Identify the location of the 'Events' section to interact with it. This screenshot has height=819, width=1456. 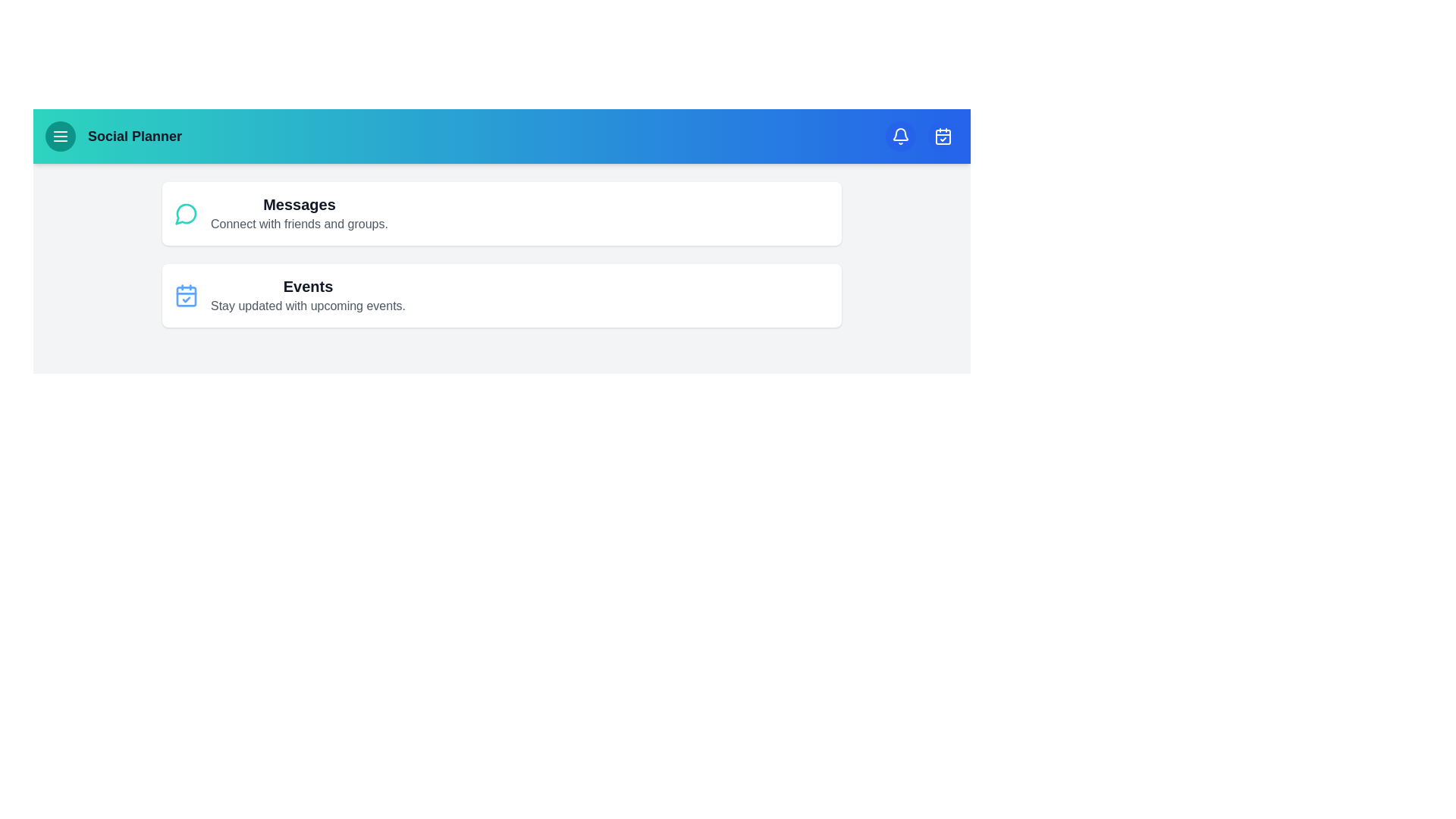
(307, 295).